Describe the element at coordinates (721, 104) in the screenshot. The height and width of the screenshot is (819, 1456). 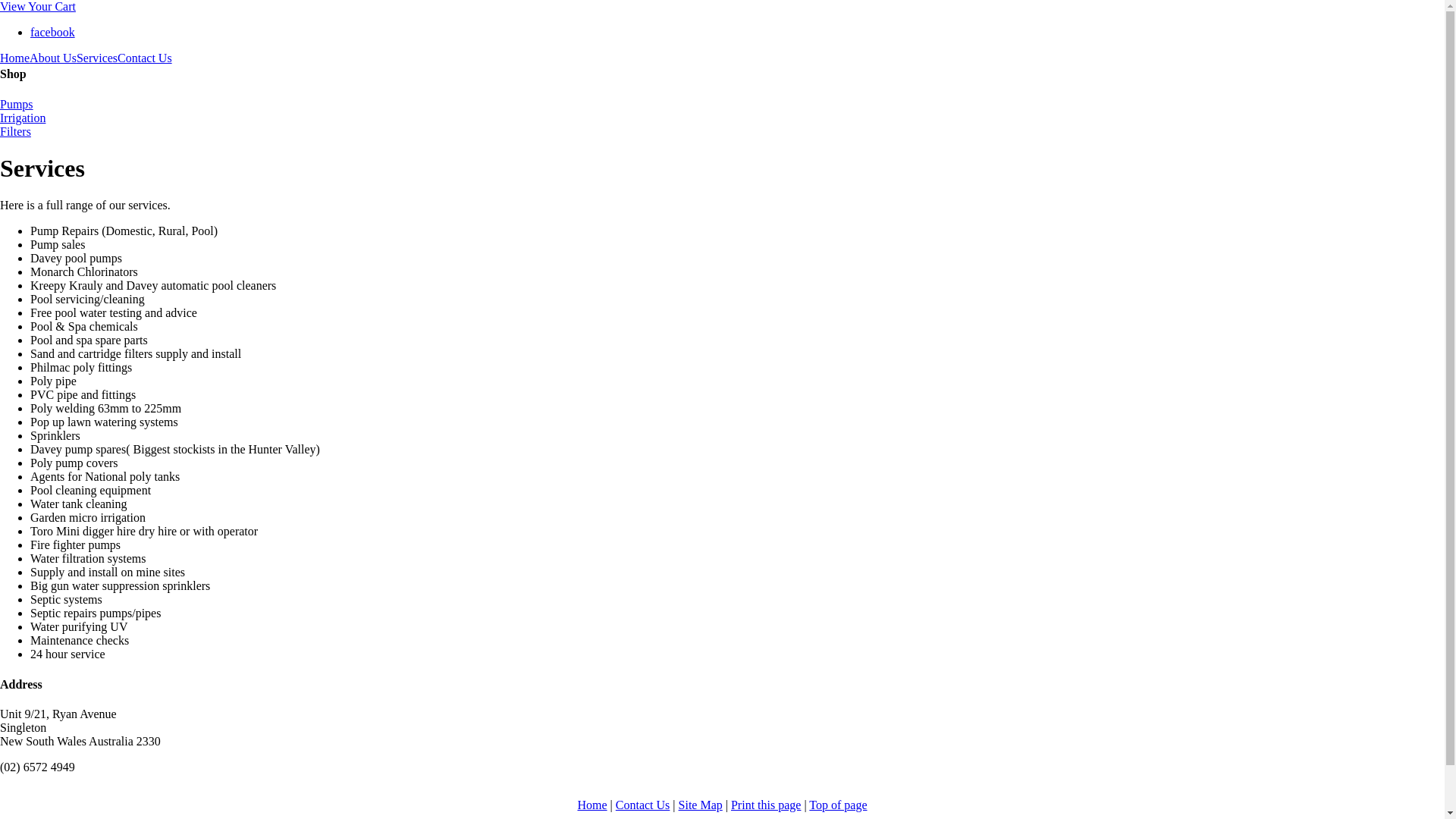
I see `'Pumps'` at that location.